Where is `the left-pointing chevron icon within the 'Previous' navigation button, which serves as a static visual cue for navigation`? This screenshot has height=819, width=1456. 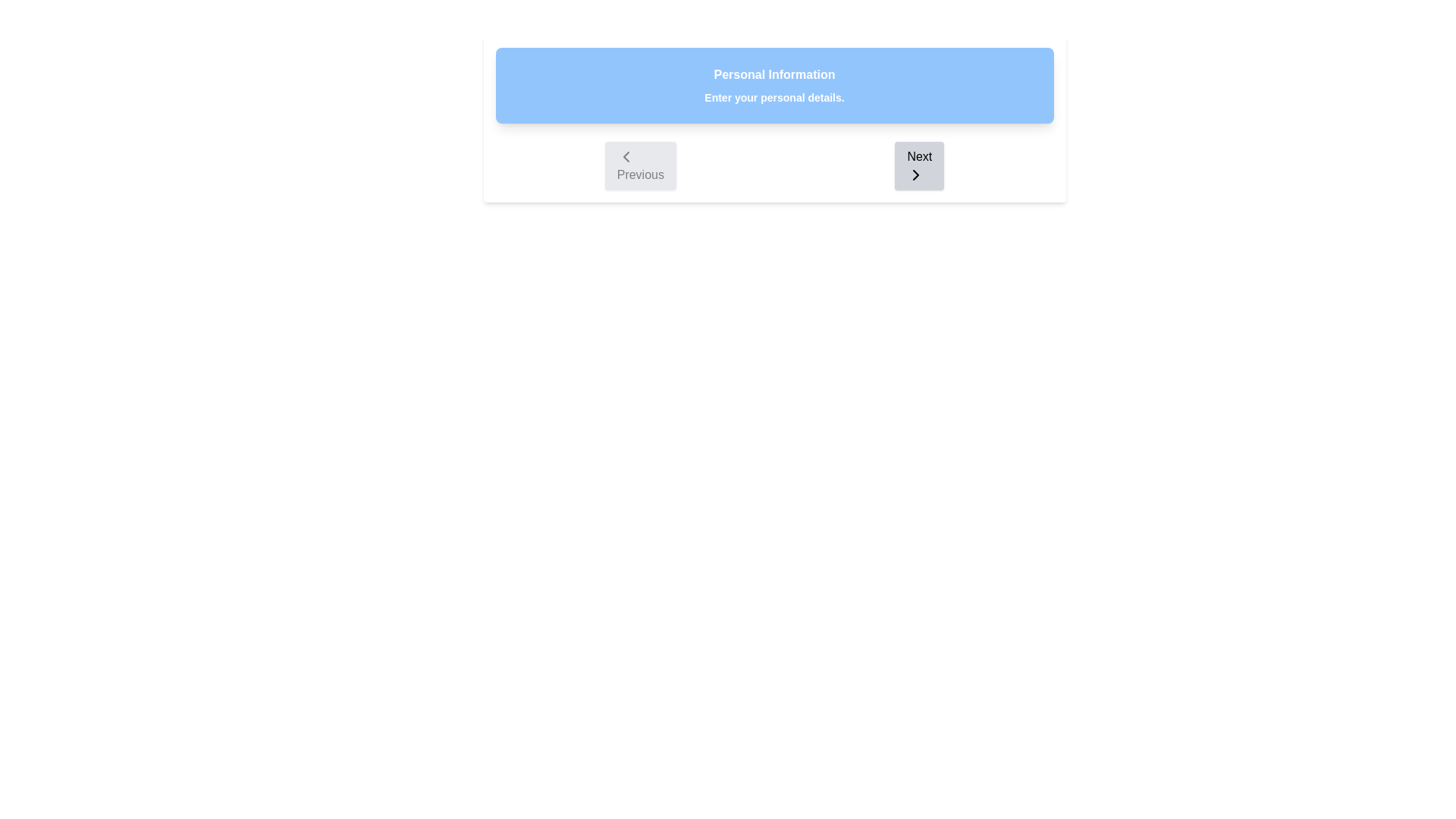 the left-pointing chevron icon within the 'Previous' navigation button, which serves as a static visual cue for navigation is located at coordinates (626, 157).